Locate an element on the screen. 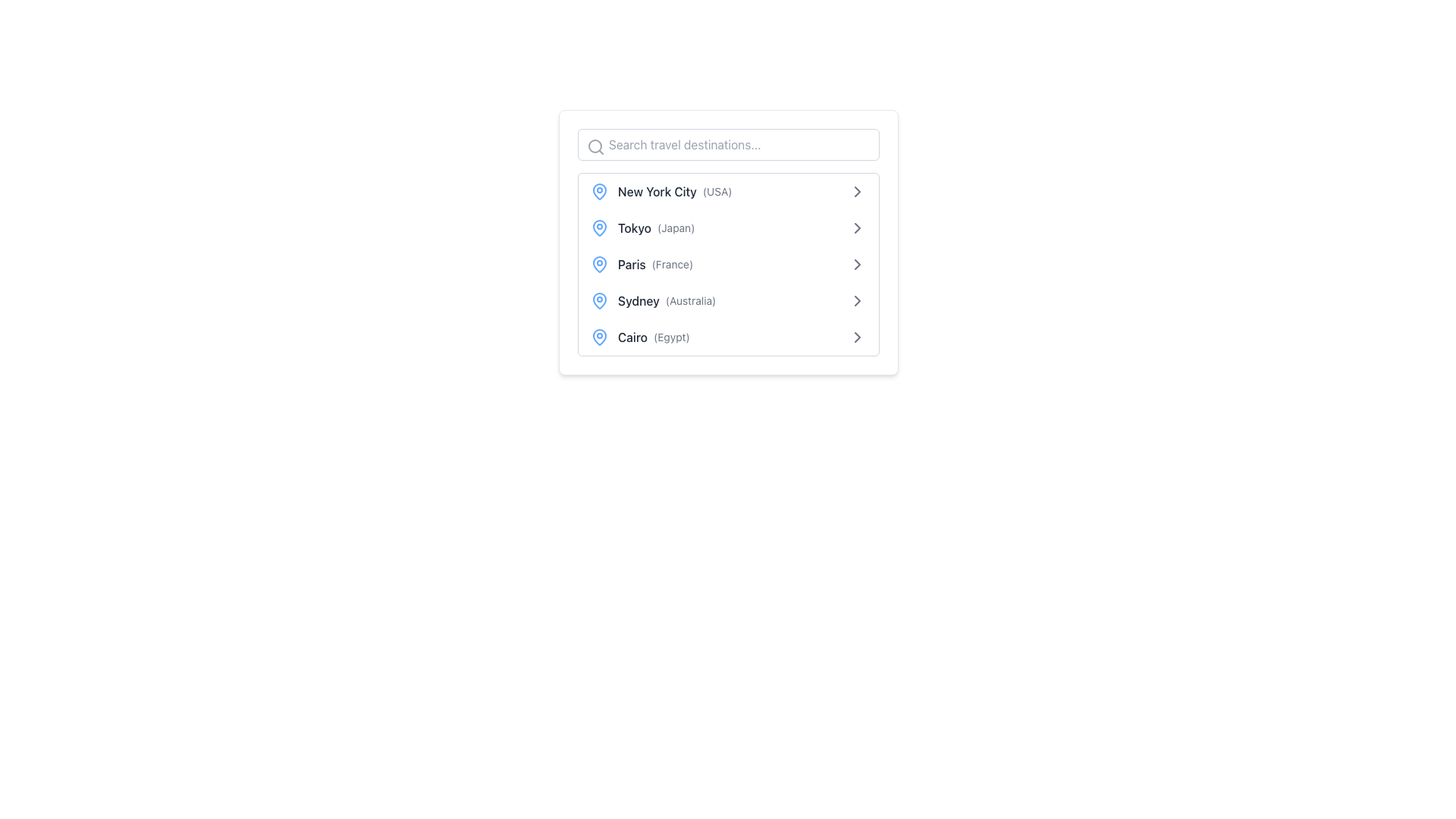 The width and height of the screenshot is (1456, 819). the right-facing chevron icon at the far-right side of the 'New York City (USA)' list item is located at coordinates (858, 191).